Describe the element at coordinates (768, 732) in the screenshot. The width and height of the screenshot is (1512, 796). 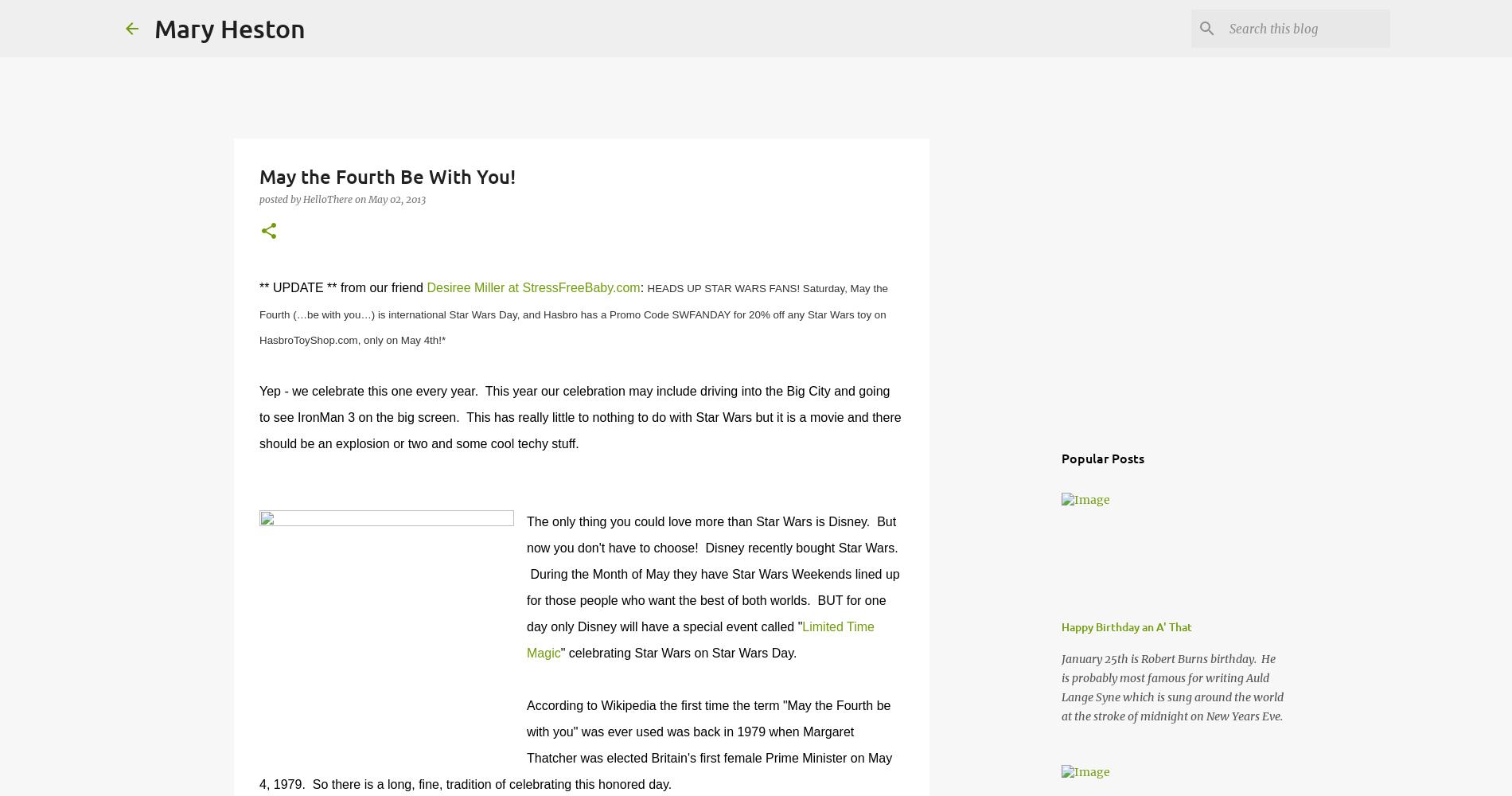
I see `'when'` at that location.